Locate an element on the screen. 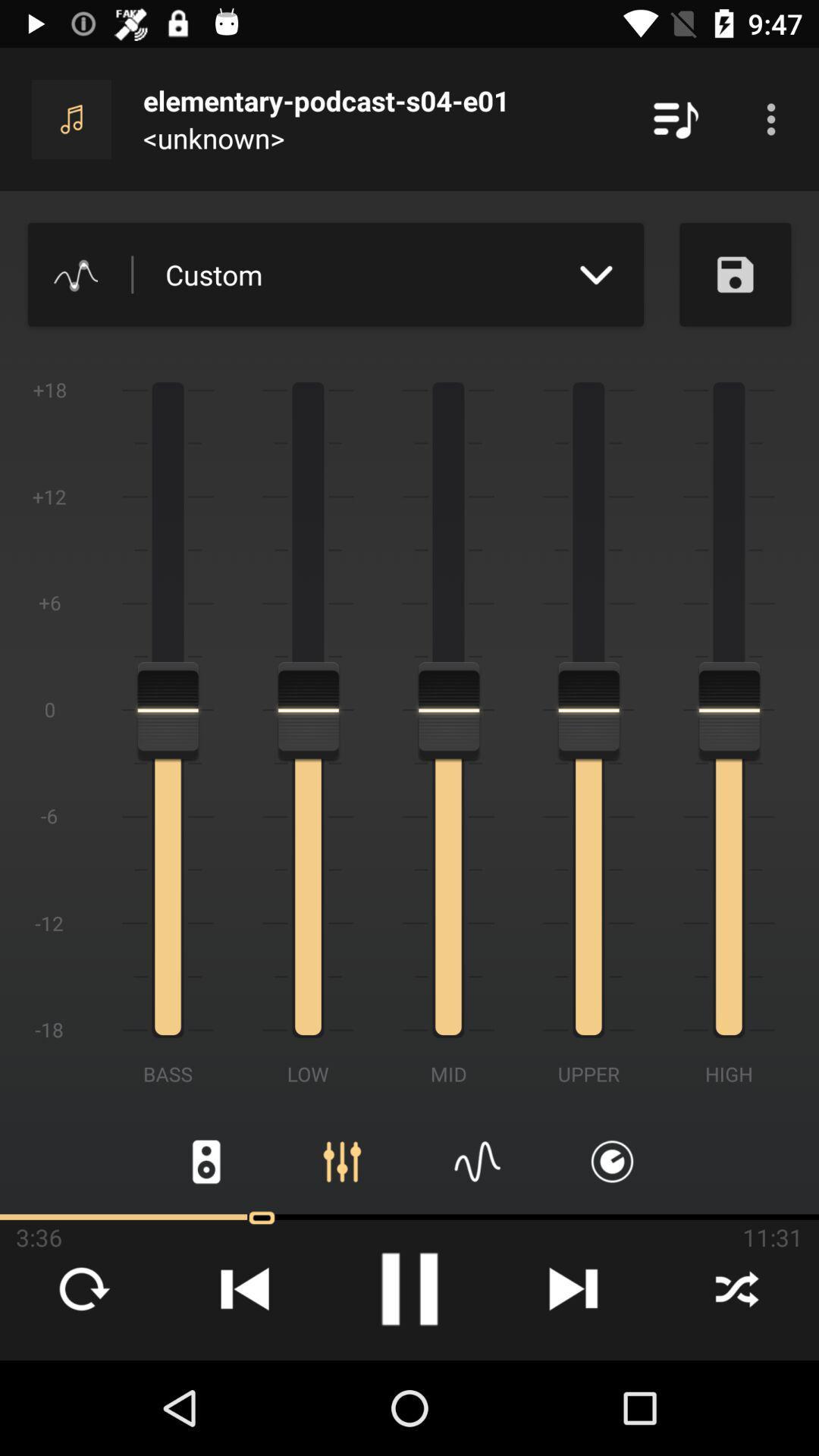 The width and height of the screenshot is (819, 1456). the refresh icon is located at coordinates (82, 1288).